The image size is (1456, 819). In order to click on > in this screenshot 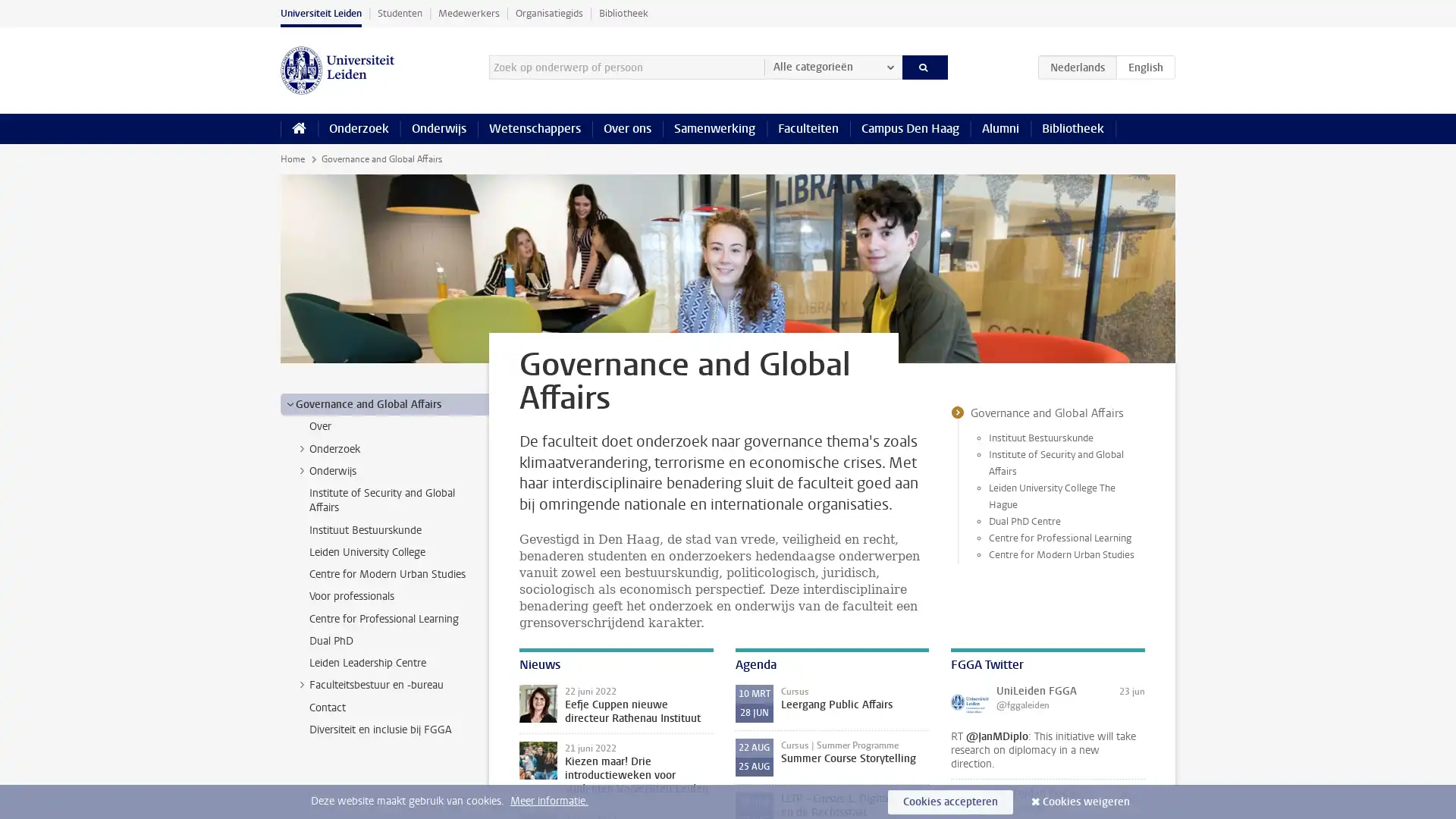, I will do `click(302, 447)`.